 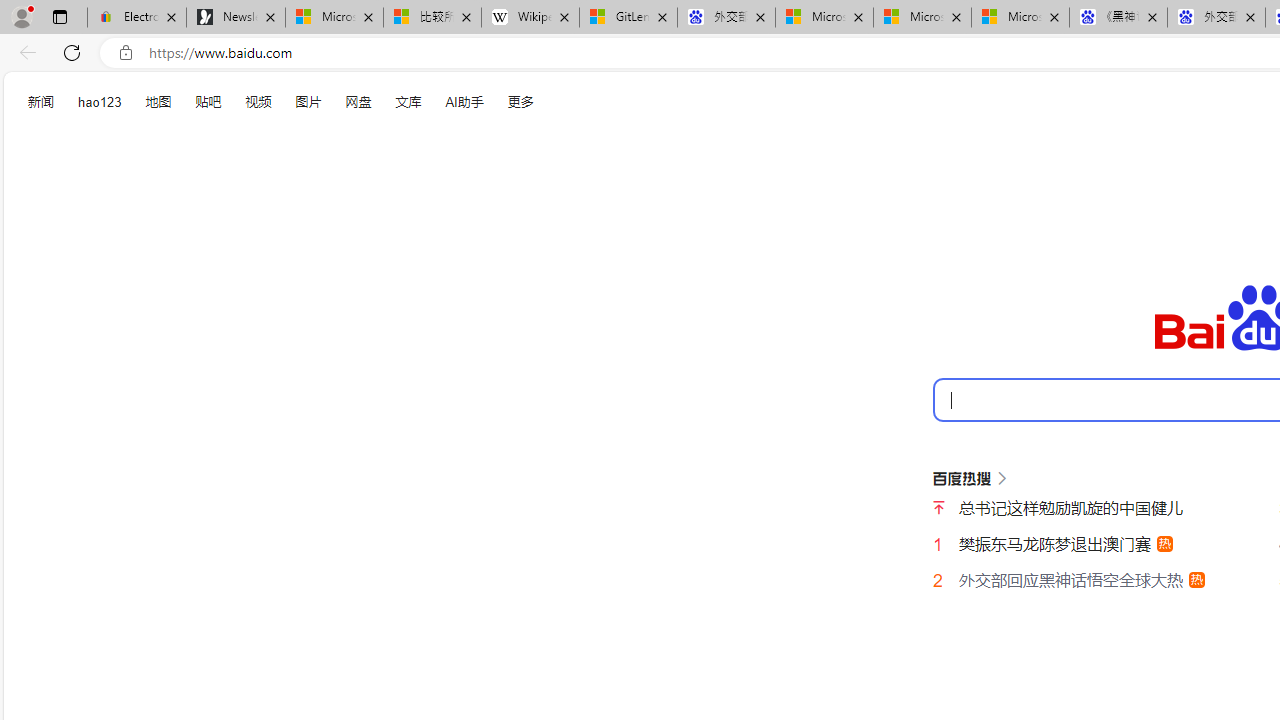 What do you see at coordinates (98, 102) in the screenshot?
I see `'hao123'` at bounding box center [98, 102].